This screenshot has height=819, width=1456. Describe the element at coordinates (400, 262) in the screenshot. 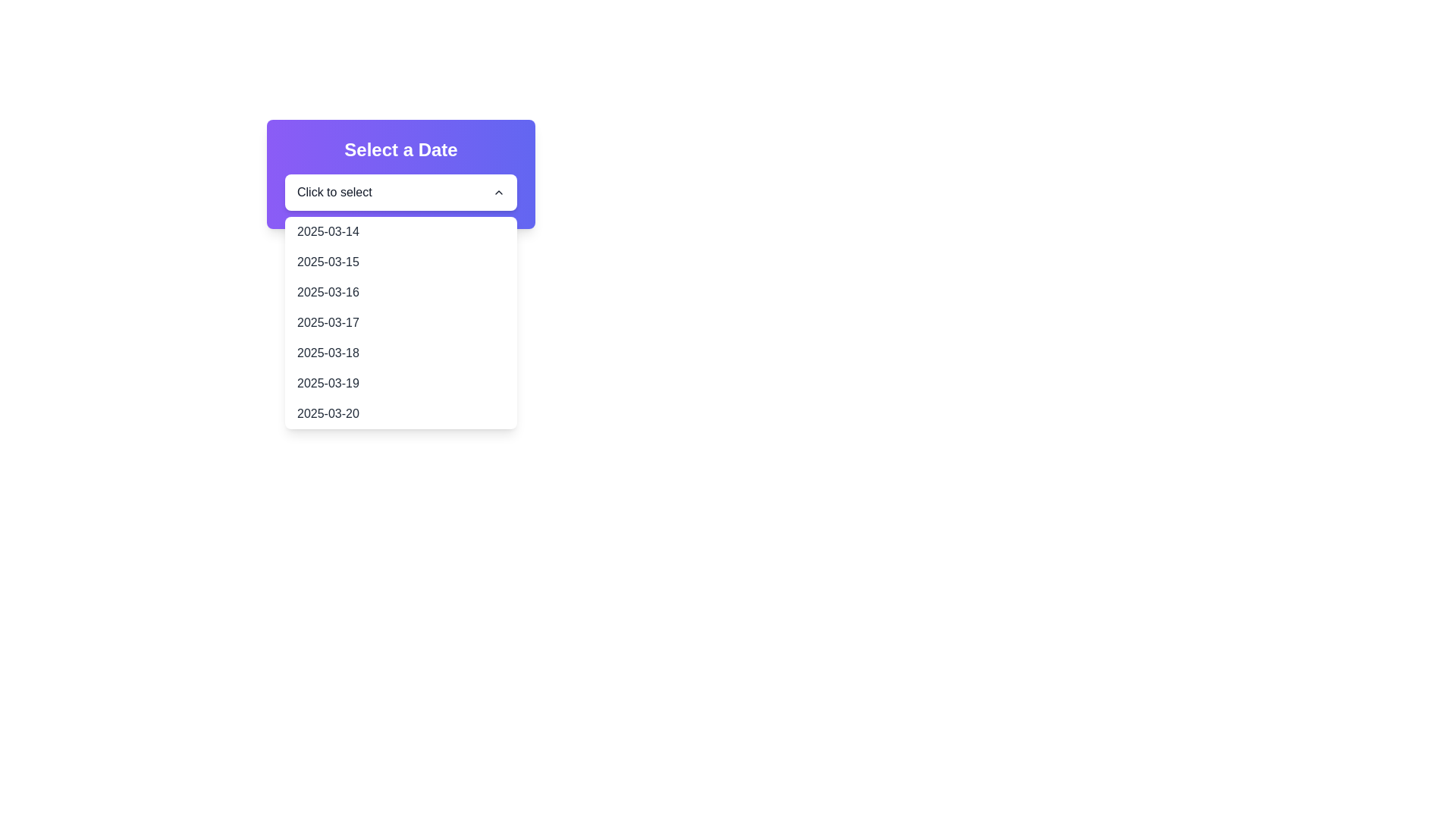

I see `the dropdown menu item displaying the date '2025-03-15'` at that location.